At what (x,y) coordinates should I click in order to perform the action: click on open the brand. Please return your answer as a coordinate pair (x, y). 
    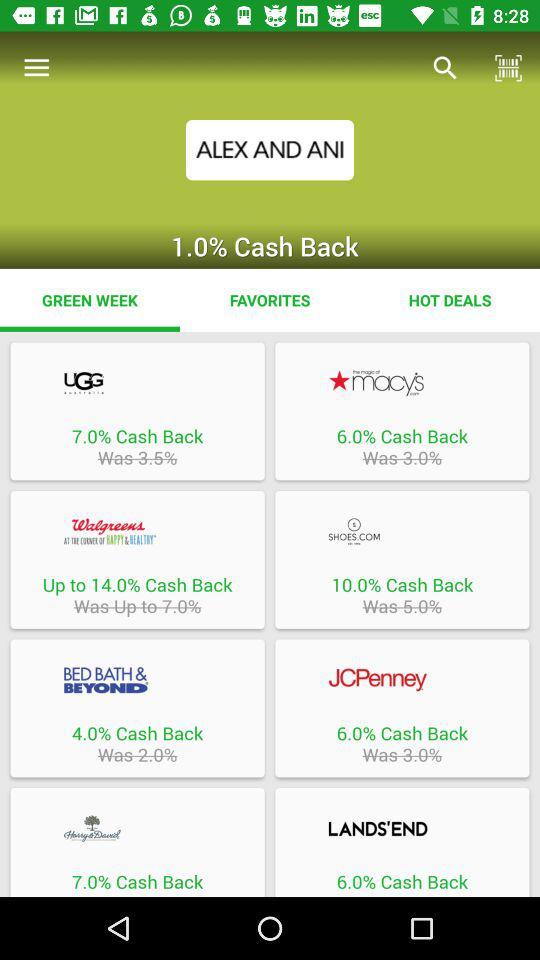
    Looking at the image, I should click on (136, 828).